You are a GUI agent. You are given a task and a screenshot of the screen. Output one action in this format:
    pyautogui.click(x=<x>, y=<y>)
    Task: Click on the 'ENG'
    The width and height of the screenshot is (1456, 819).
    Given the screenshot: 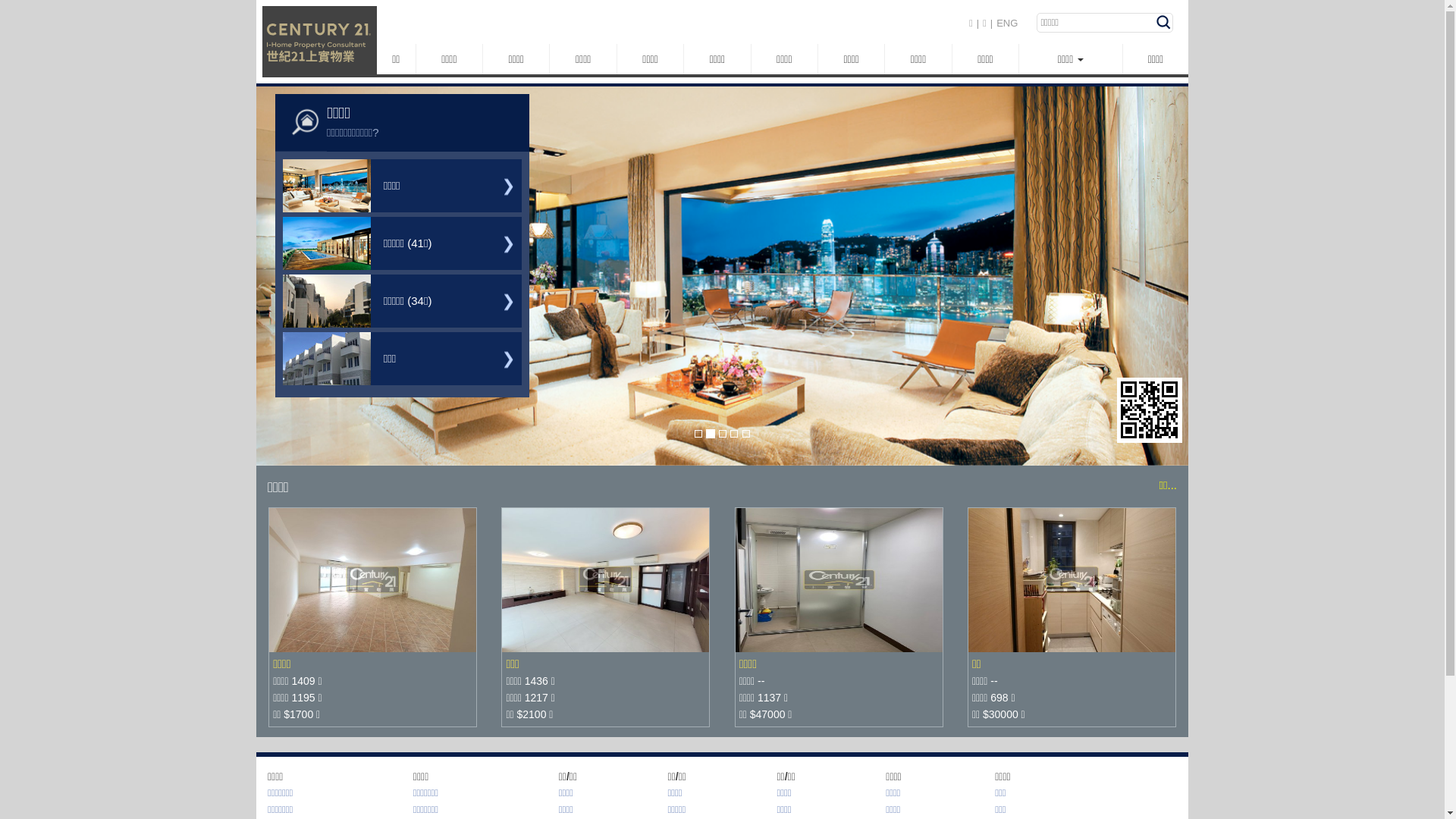 What is the action you would take?
    pyautogui.click(x=996, y=23)
    